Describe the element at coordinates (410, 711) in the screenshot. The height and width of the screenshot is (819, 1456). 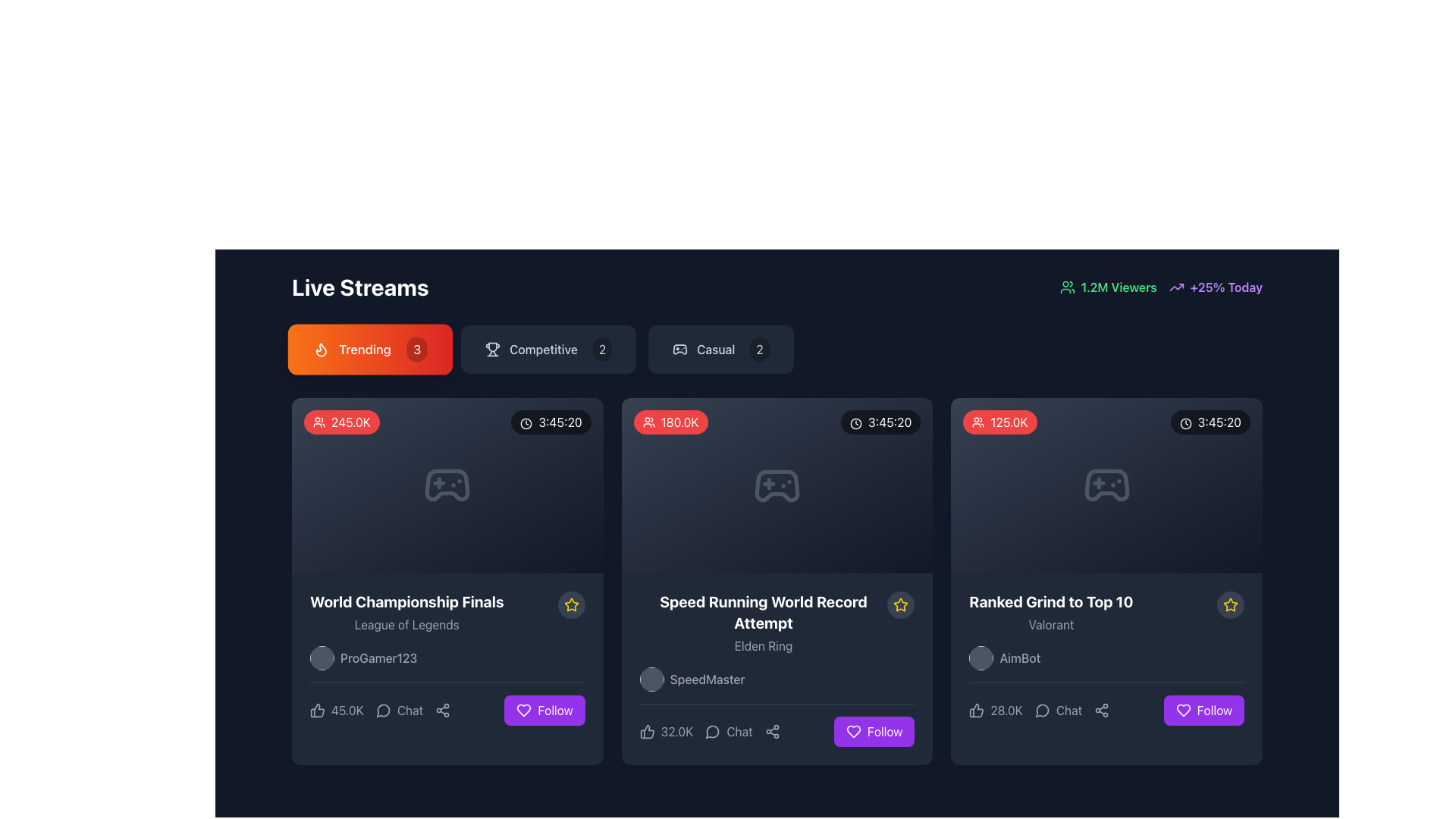
I see `the 'Chat' text label, which is styled in gray and positioned near the bottom center of the card interface` at that location.